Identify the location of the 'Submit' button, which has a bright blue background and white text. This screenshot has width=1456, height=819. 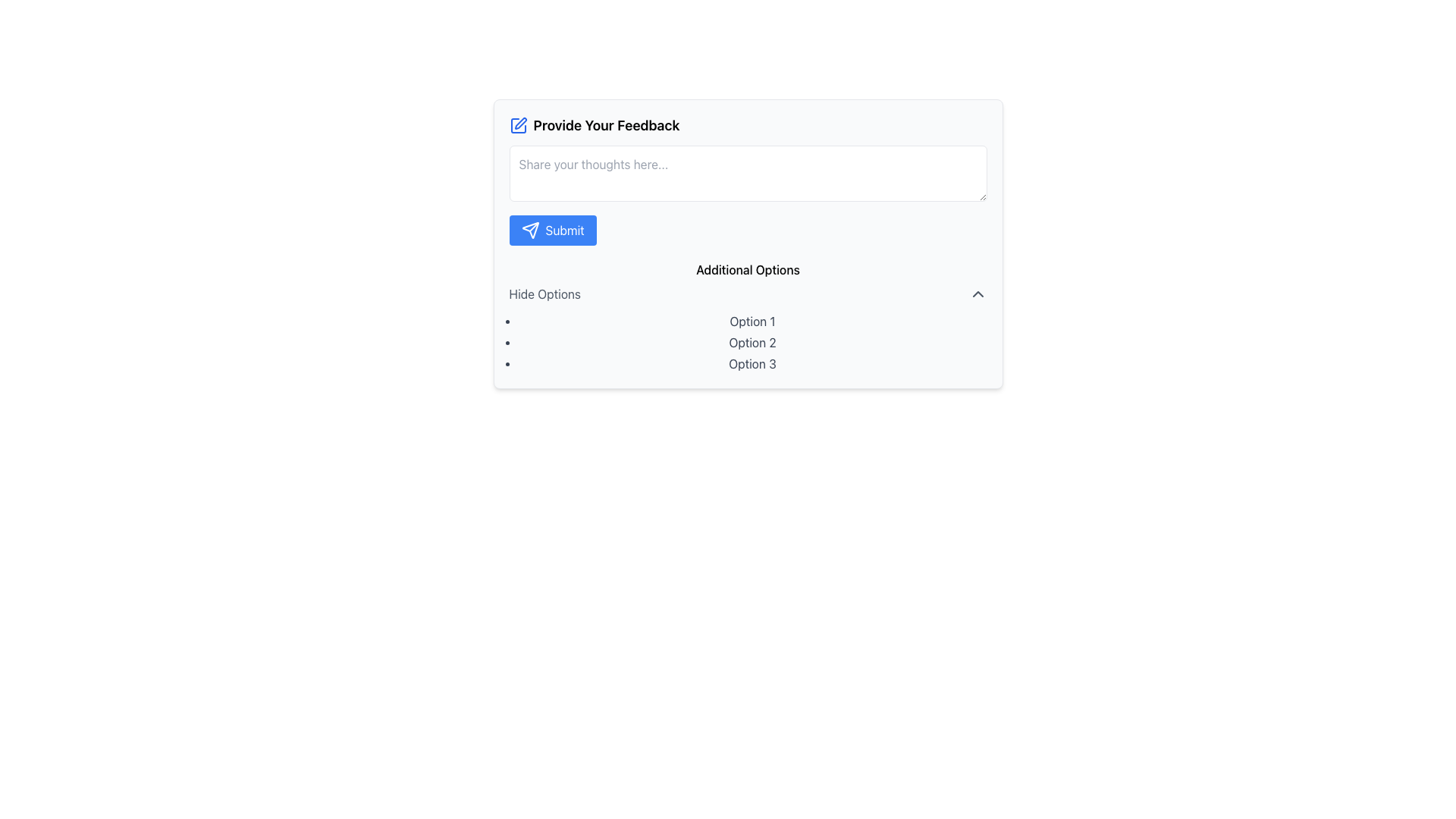
(552, 231).